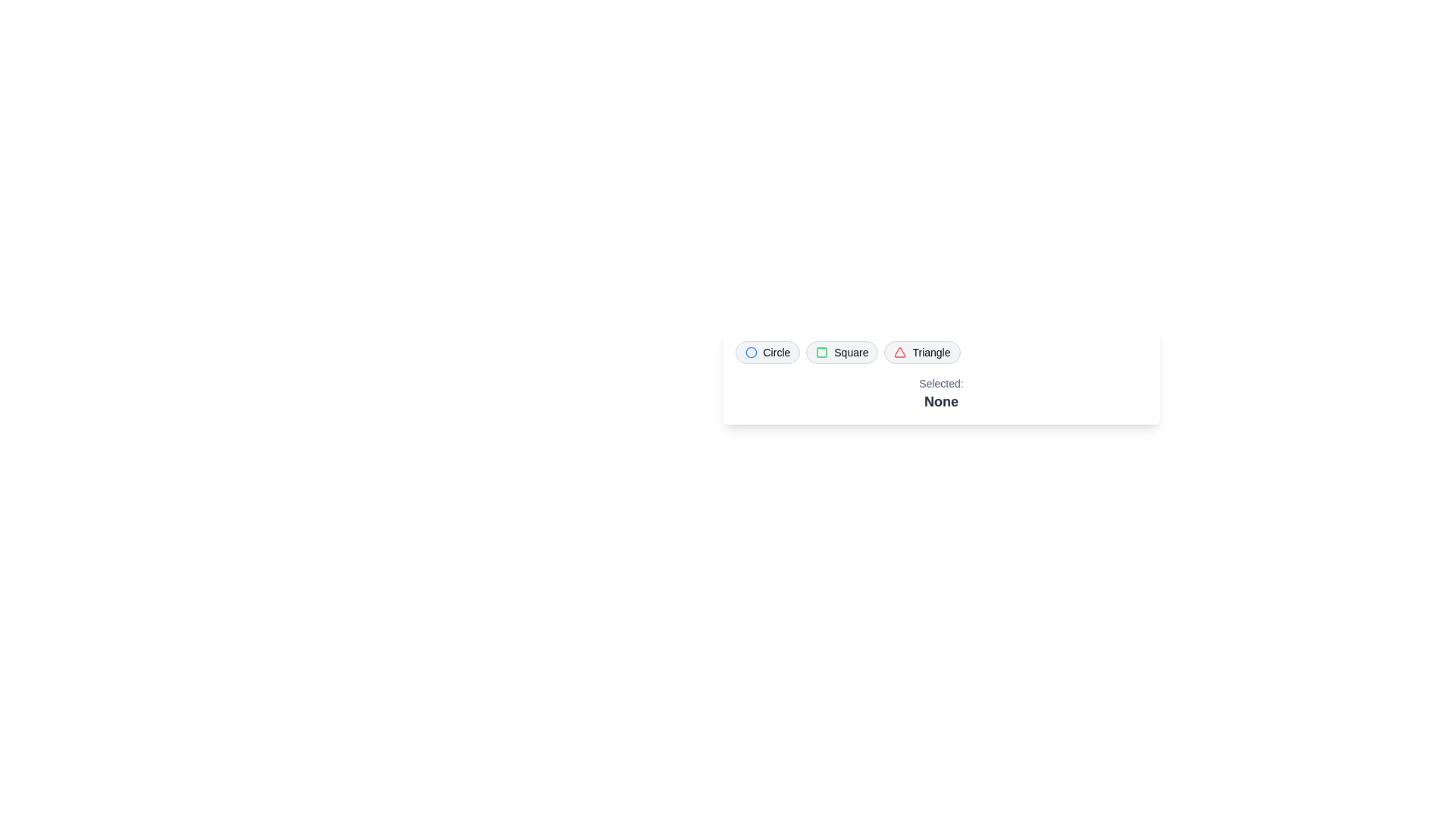 Image resolution: width=1456 pixels, height=819 pixels. I want to click on the chip labeled Circle, so click(767, 353).